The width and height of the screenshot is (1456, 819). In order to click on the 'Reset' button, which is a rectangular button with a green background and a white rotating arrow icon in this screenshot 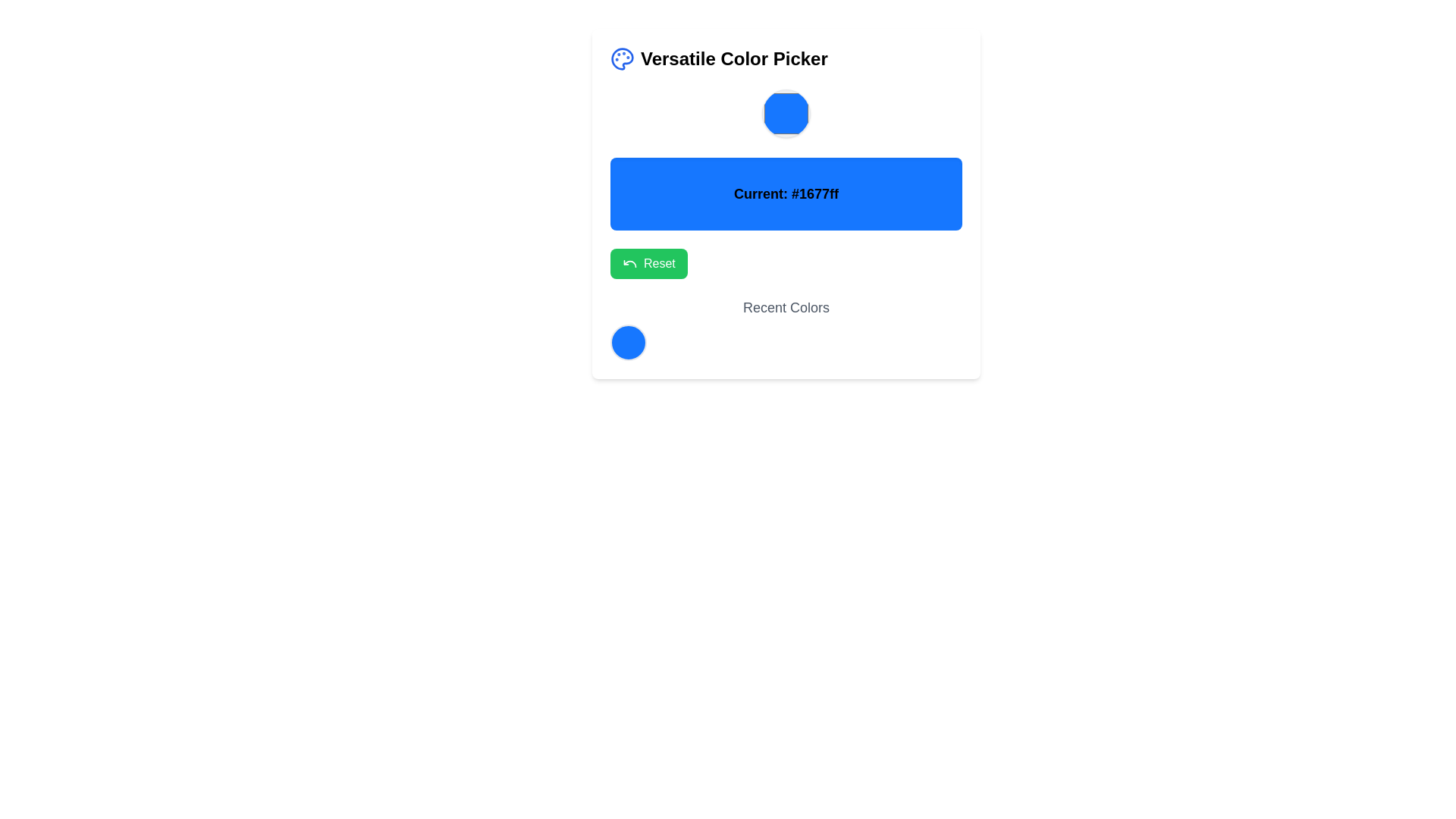, I will do `click(648, 262)`.